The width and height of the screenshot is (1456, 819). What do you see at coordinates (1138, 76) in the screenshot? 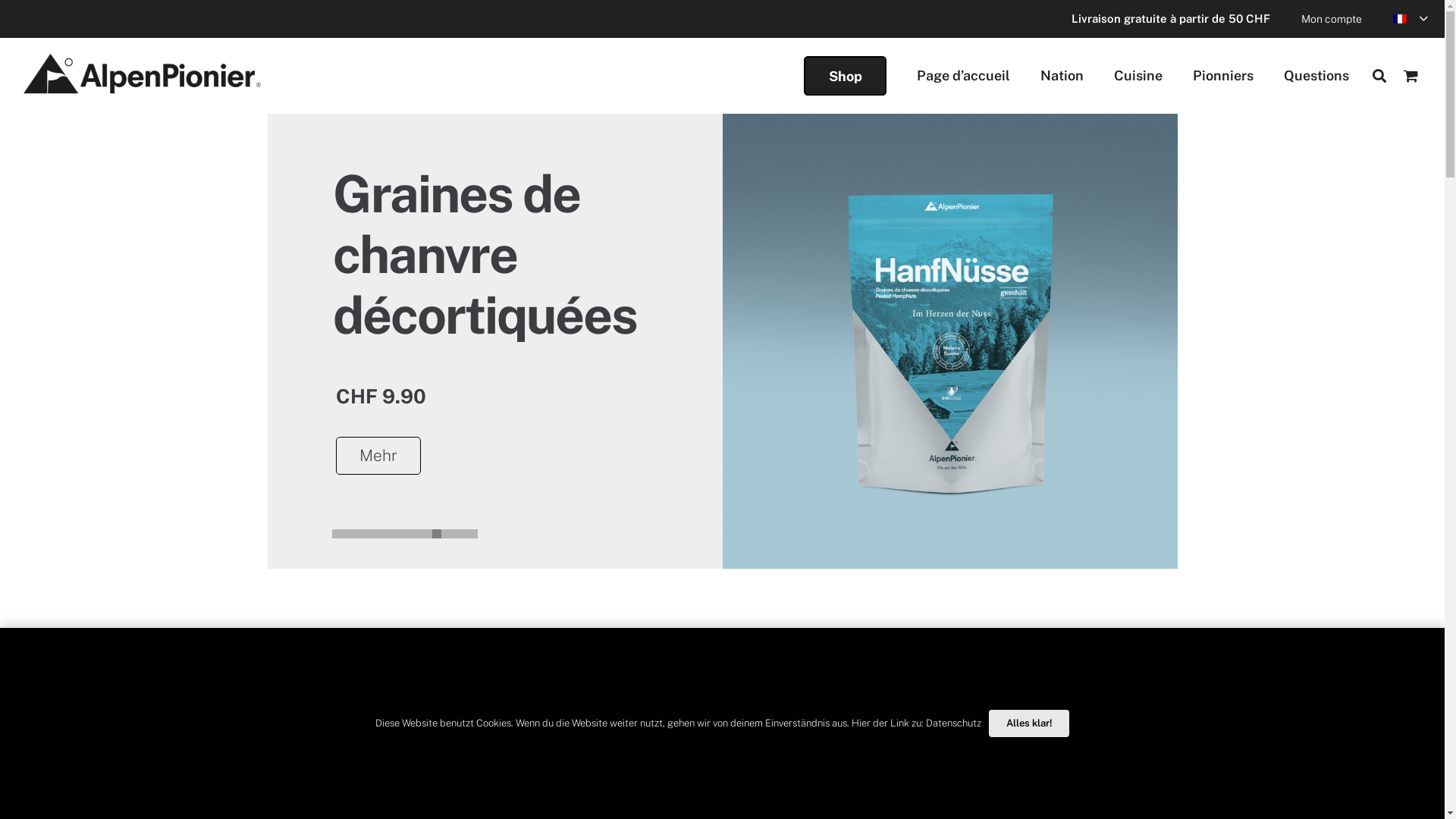
I see `'Cuisine'` at bounding box center [1138, 76].